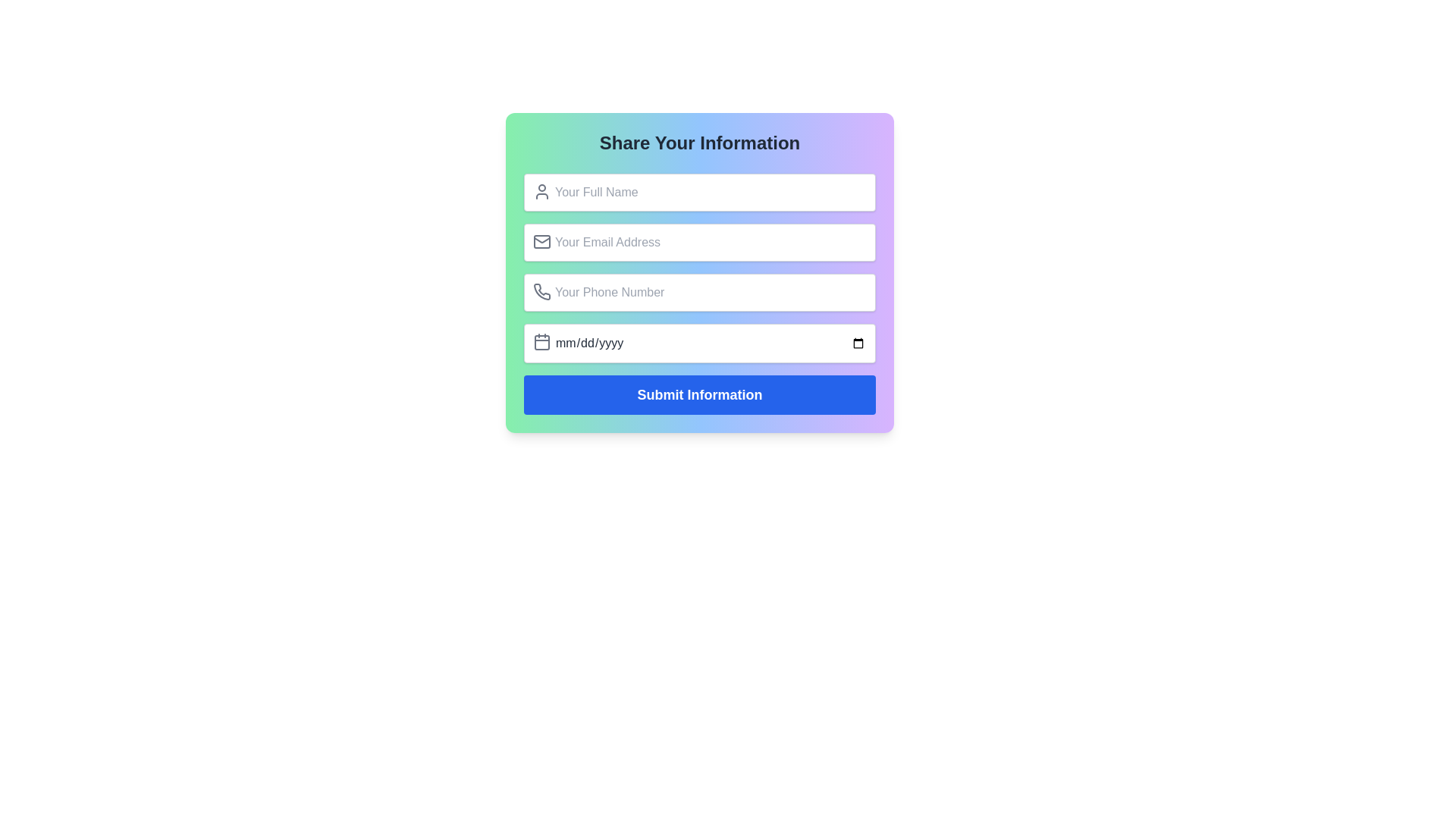 The width and height of the screenshot is (1456, 819). What do you see at coordinates (542, 292) in the screenshot?
I see `the phone number input field icon located to the left of the 'Your Phone Number' text input field` at bounding box center [542, 292].